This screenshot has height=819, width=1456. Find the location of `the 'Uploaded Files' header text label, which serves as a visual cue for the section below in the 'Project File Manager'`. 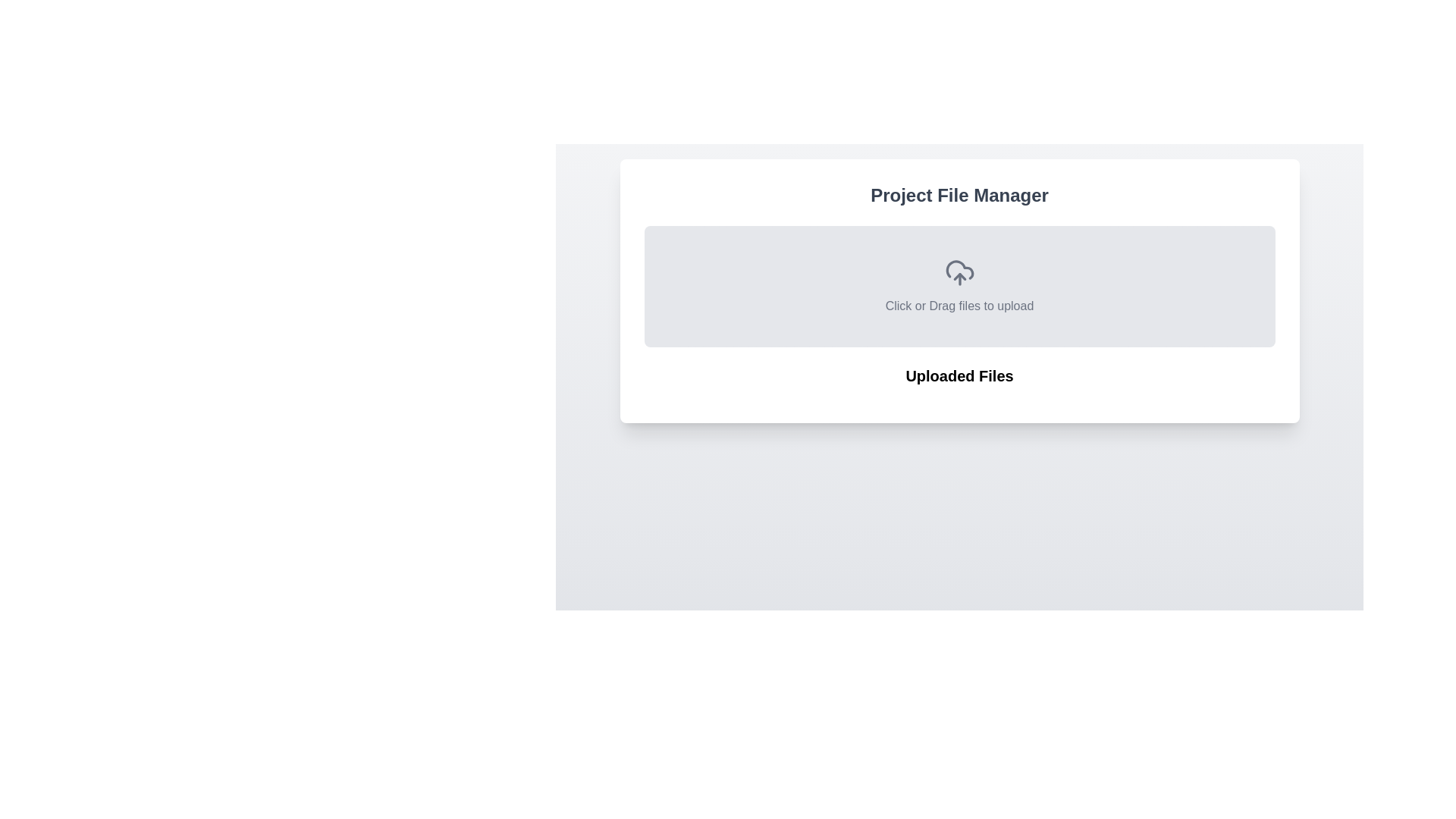

the 'Uploaded Files' header text label, which serves as a visual cue for the section below in the 'Project File Manager' is located at coordinates (959, 381).